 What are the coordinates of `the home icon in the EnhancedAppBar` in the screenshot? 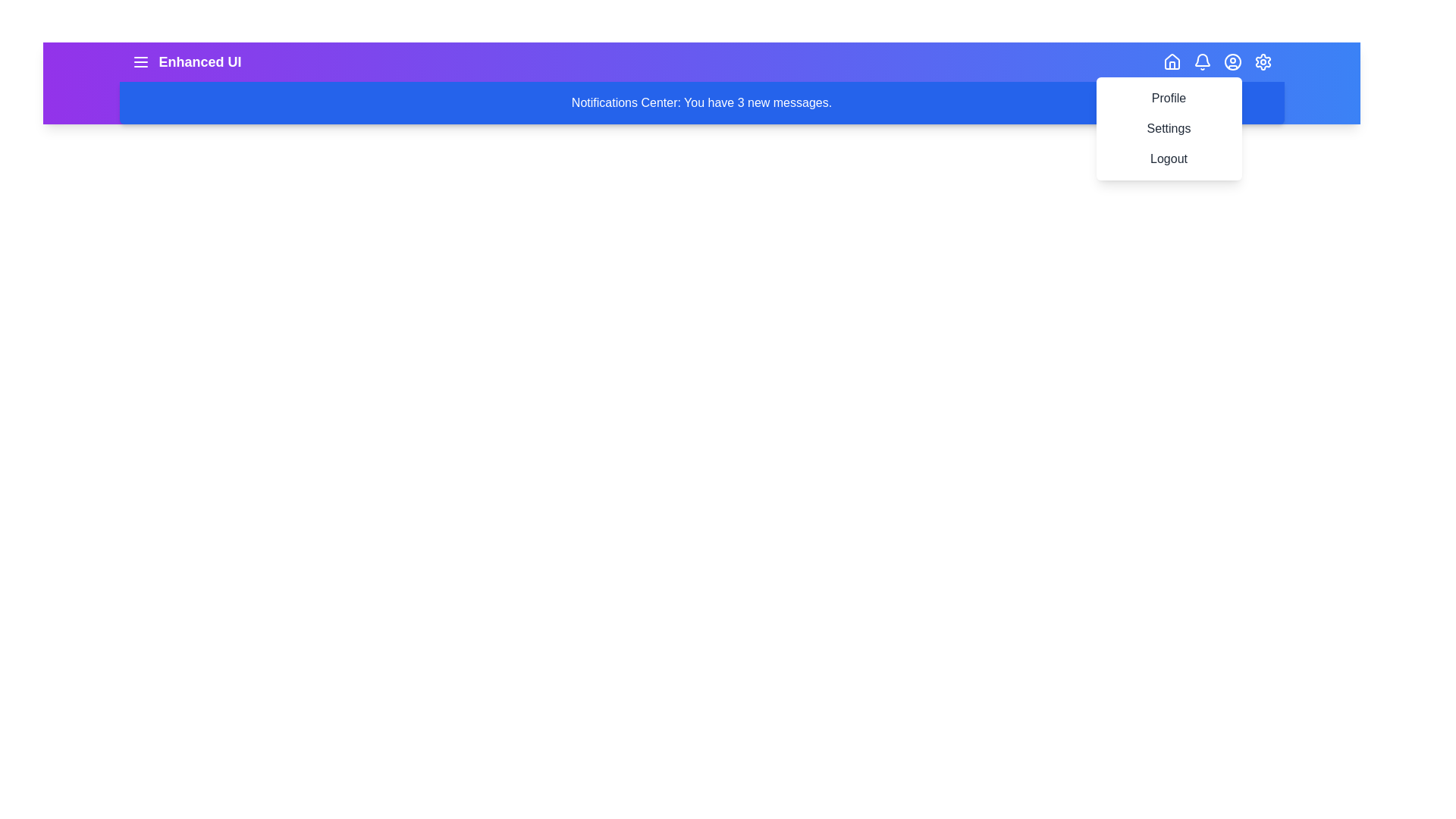 It's located at (1171, 61).